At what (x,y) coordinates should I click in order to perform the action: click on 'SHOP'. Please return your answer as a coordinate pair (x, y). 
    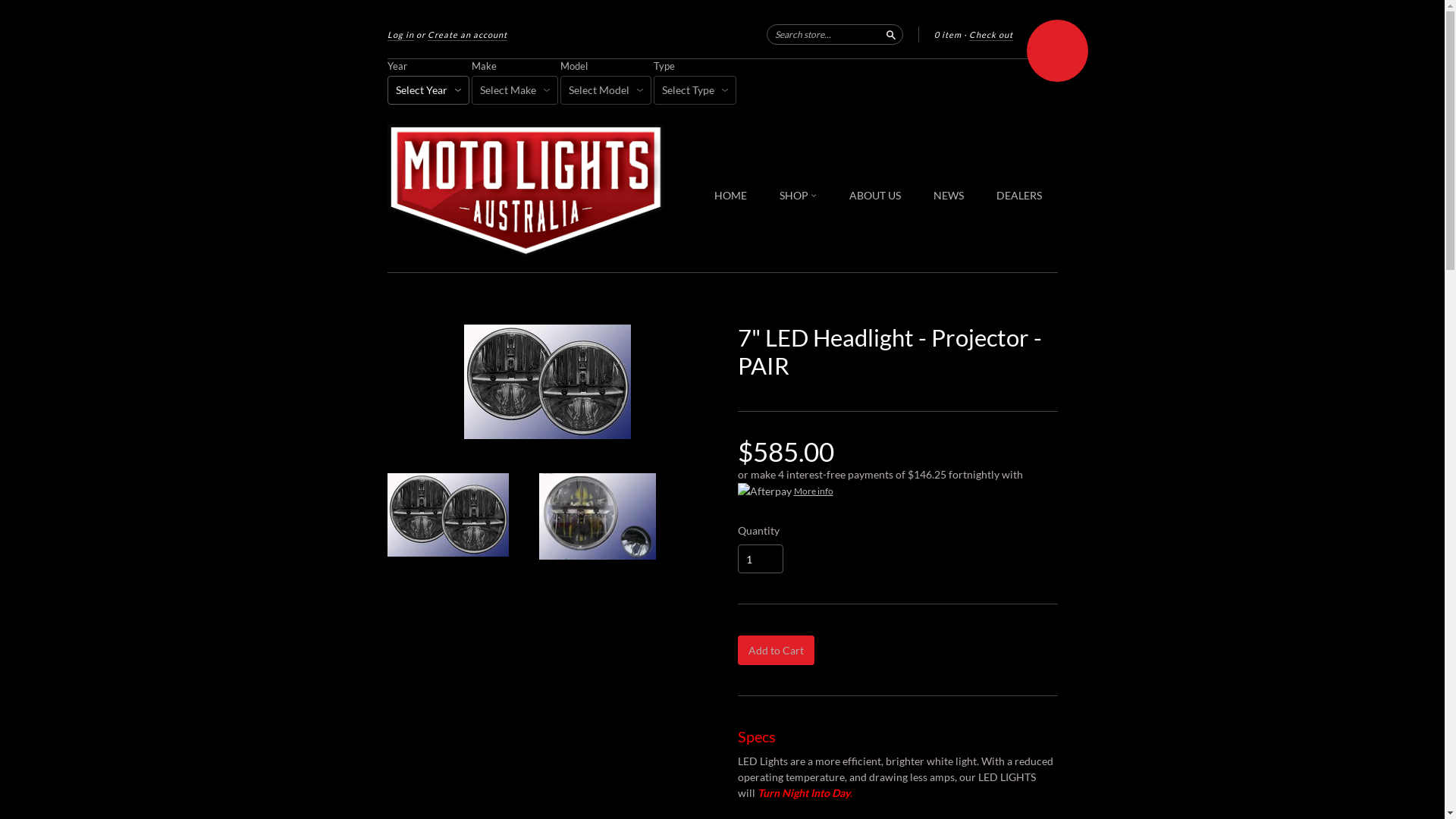
    Looking at the image, I should click on (797, 195).